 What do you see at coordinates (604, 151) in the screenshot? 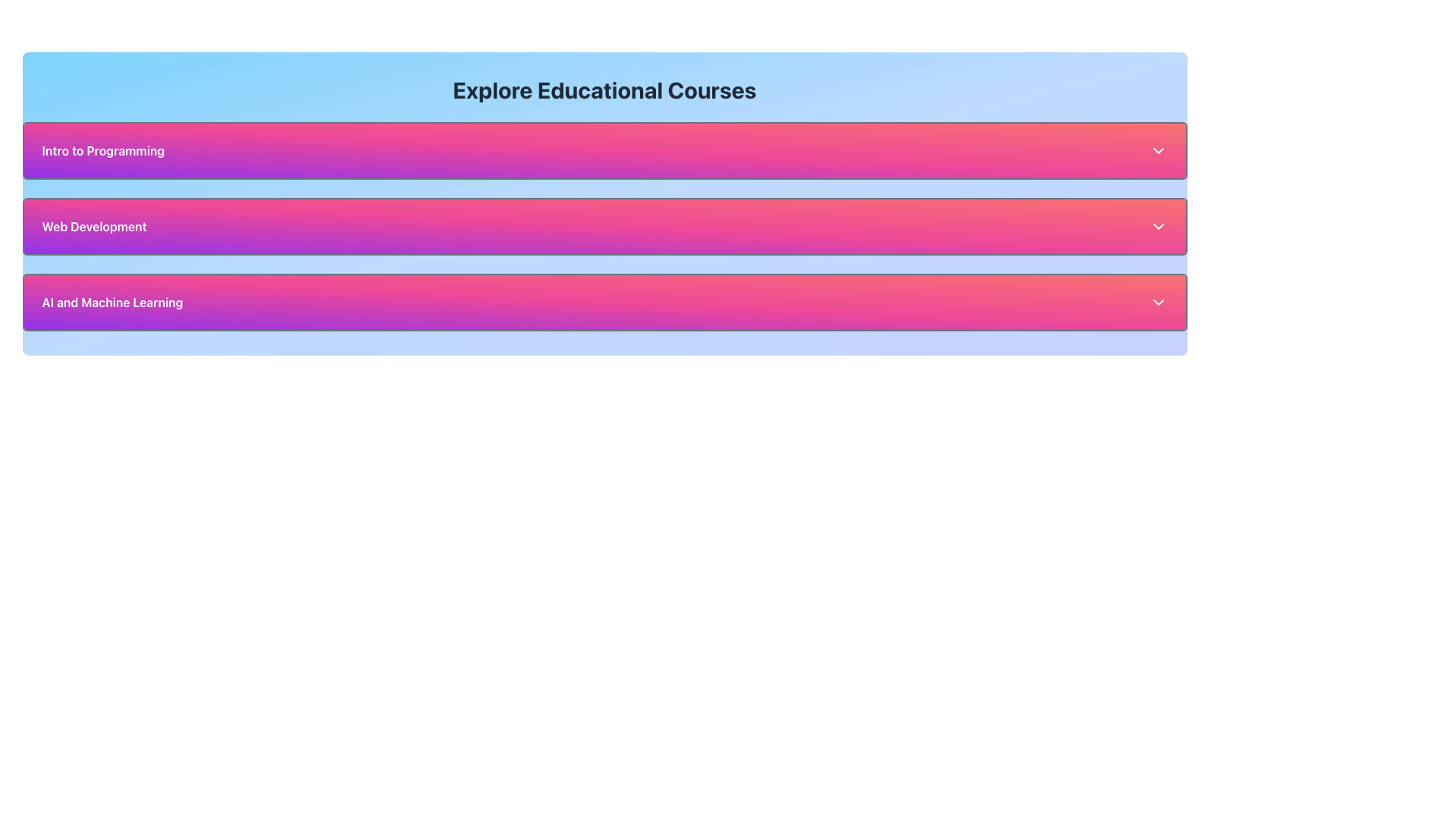
I see `the 'Intro to Programming' button, which is a rectangular bar with a gradient from purple to pink to red and features white bold text on the left and a down-chevron icon on the right` at bounding box center [604, 151].